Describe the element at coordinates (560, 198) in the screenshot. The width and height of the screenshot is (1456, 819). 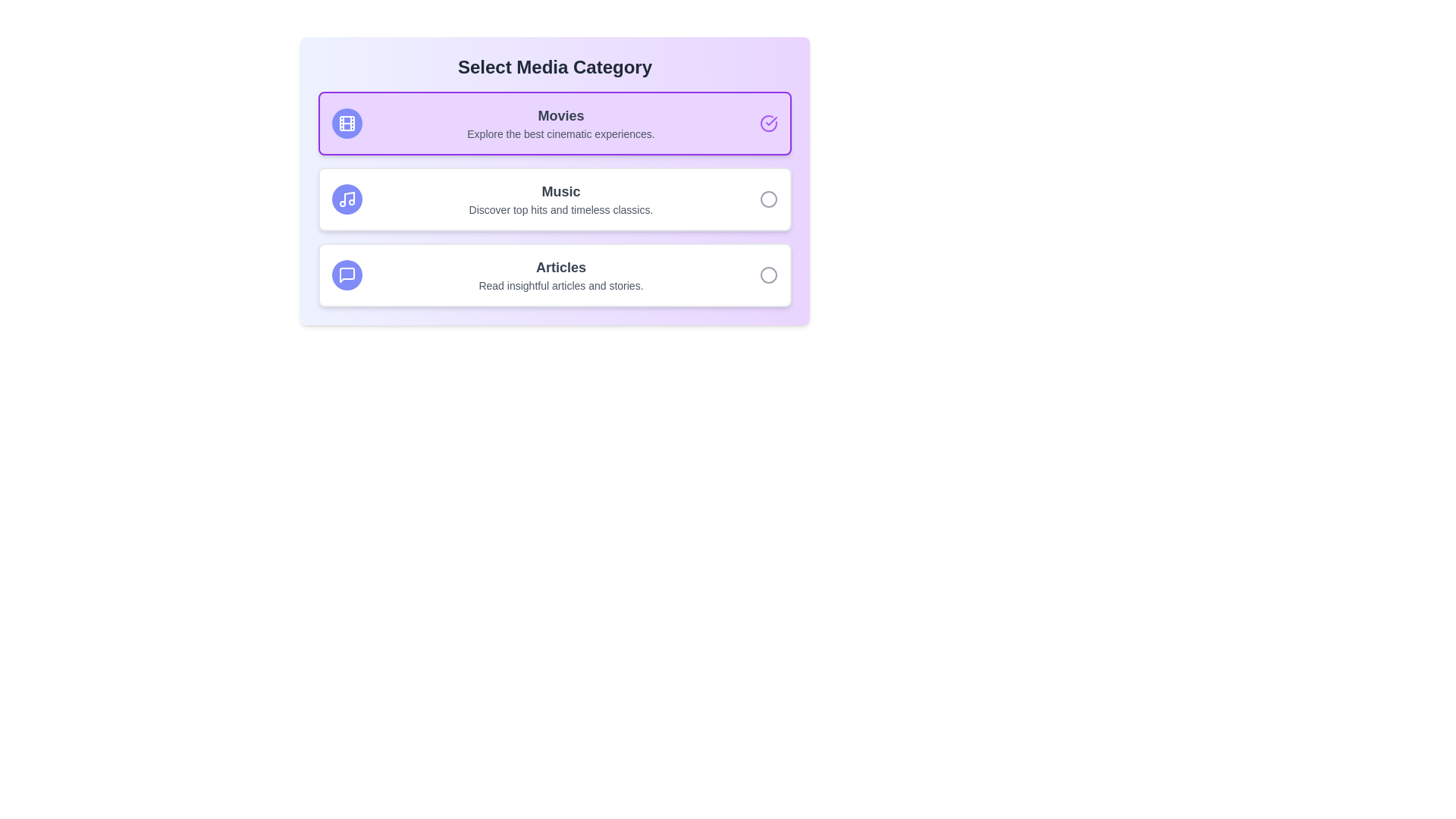
I see `the text block describing the 'Music' category, which is centrally located within the middle option of three horizontally aligned selection choices, styled as a card with a white background and rounded corners` at that location.